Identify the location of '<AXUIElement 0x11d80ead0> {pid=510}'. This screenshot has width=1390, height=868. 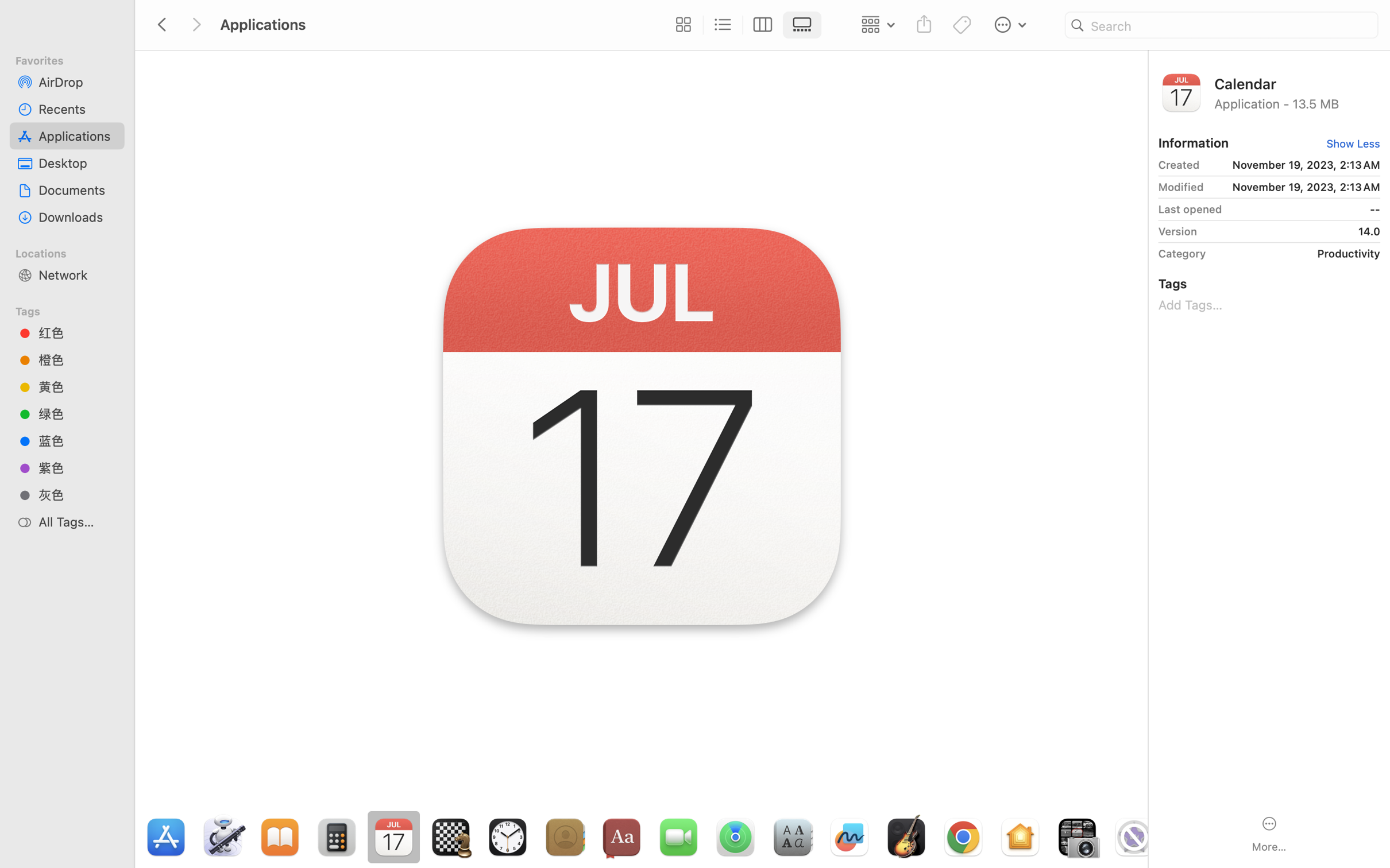
(742, 25).